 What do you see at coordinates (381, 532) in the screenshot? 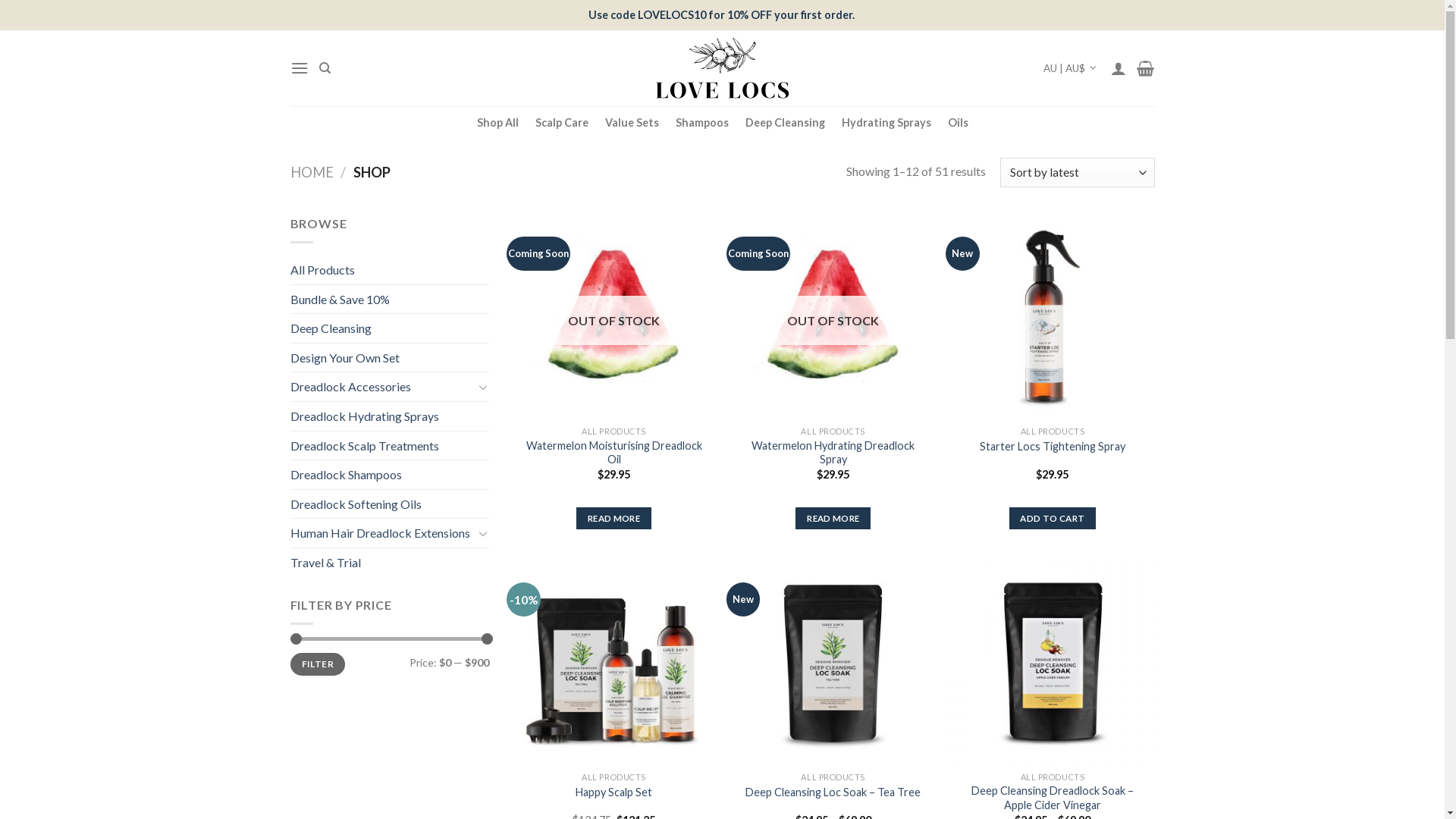
I see `'Human Hair Dreadlock Extensions'` at bounding box center [381, 532].